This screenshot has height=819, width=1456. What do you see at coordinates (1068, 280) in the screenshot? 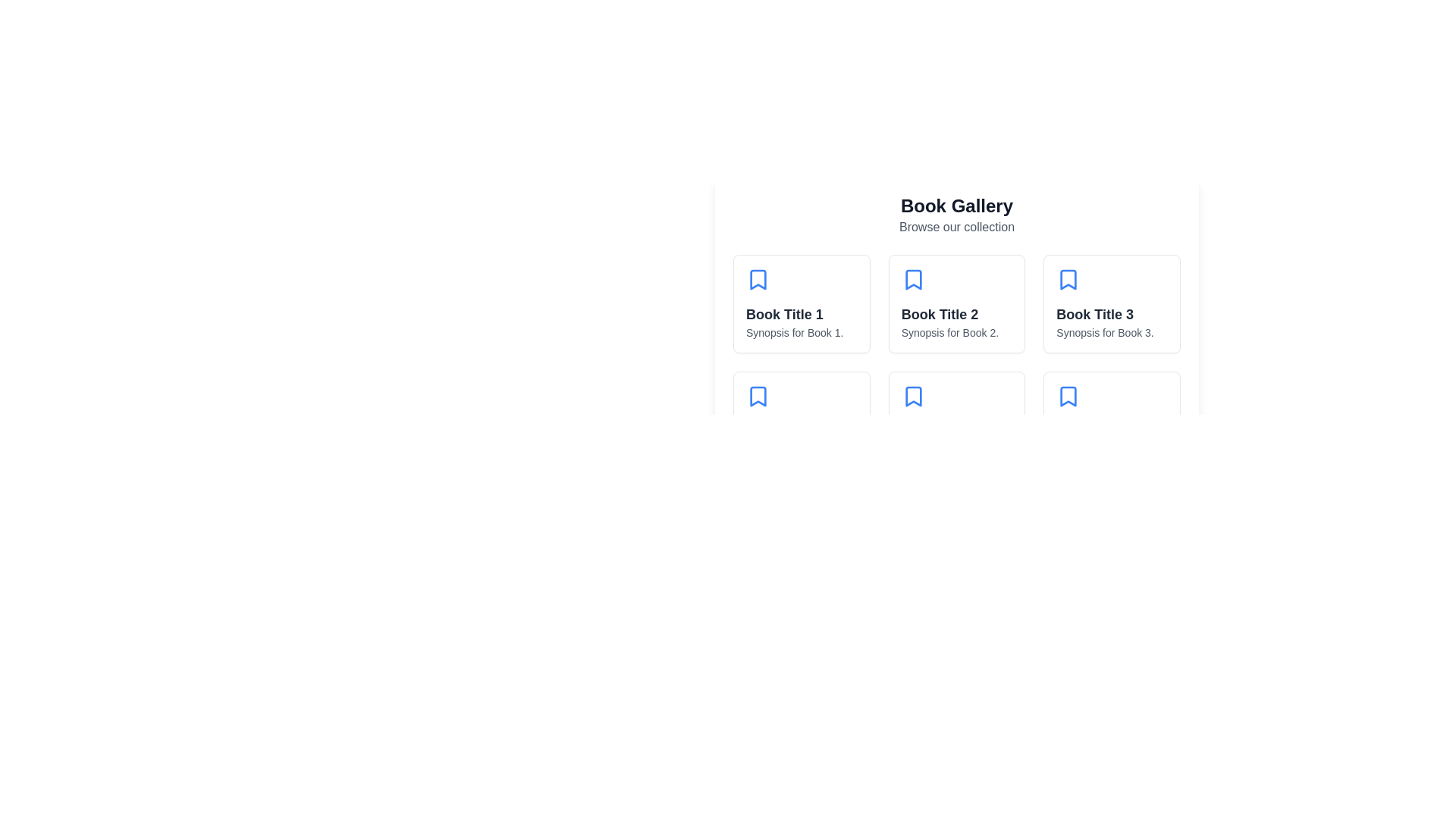
I see `the bookmark icon located at the top left corner of the 'Book Title 3' card in the grid layout` at bounding box center [1068, 280].